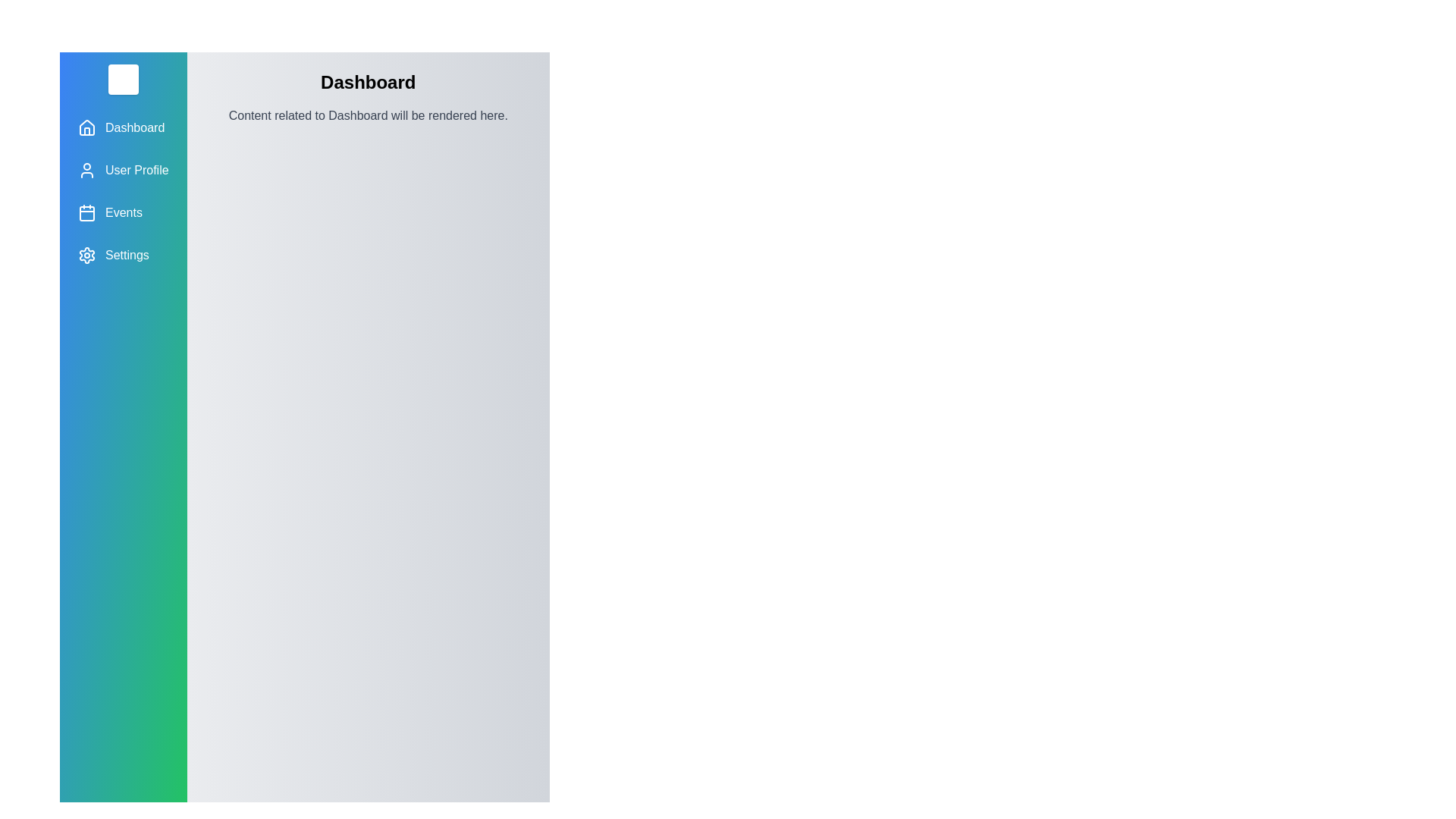 The height and width of the screenshot is (819, 1456). Describe the element at coordinates (123, 170) in the screenshot. I see `the User Profile tab from the sidebar` at that location.